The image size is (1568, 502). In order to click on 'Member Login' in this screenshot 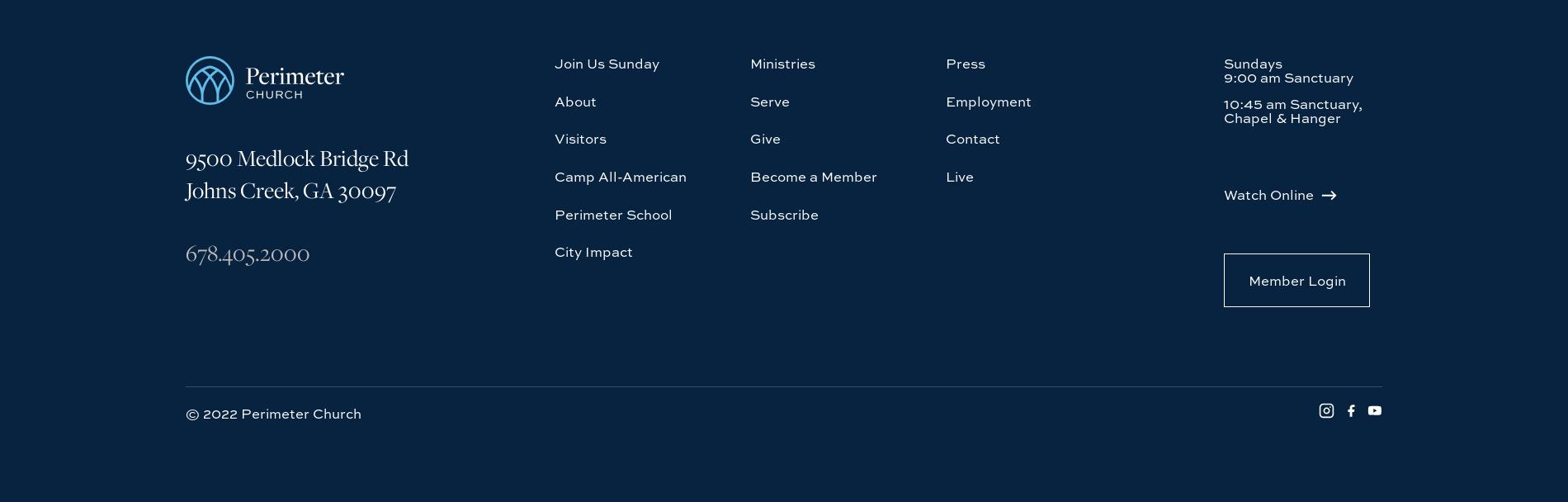, I will do `click(1296, 129)`.